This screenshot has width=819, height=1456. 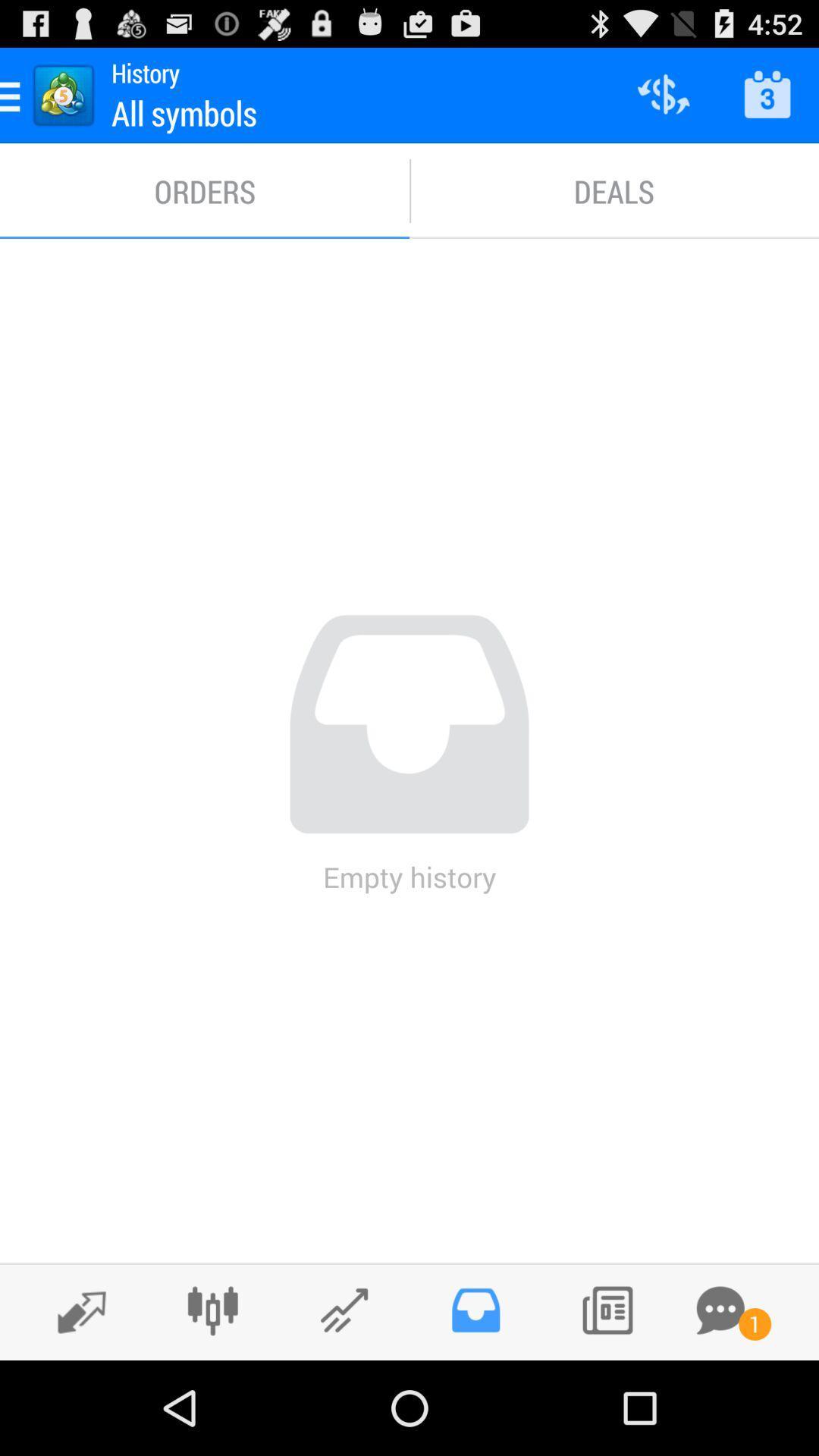 What do you see at coordinates (614, 190) in the screenshot?
I see `item next to the orders icon` at bounding box center [614, 190].